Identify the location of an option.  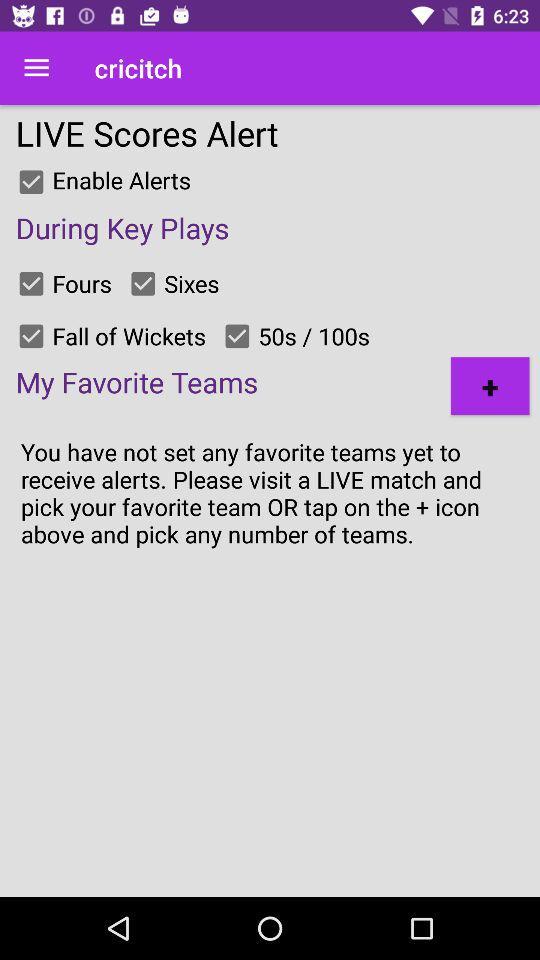
(142, 282).